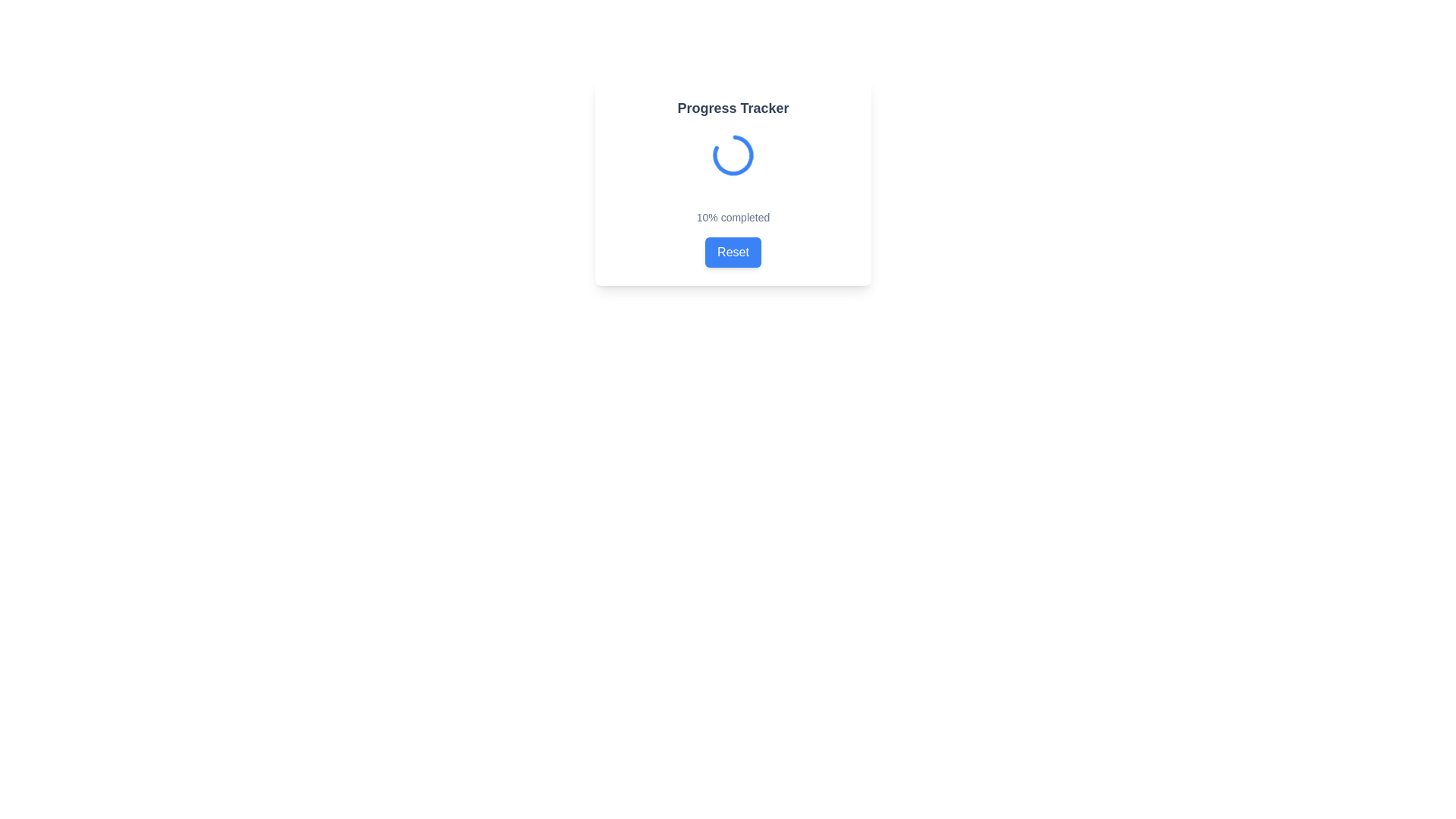  I want to click on the 'Progress Tracker' text label which is bold, larger in font size, and displayed in dark slate color, located at the top of the card layout, so click(733, 107).